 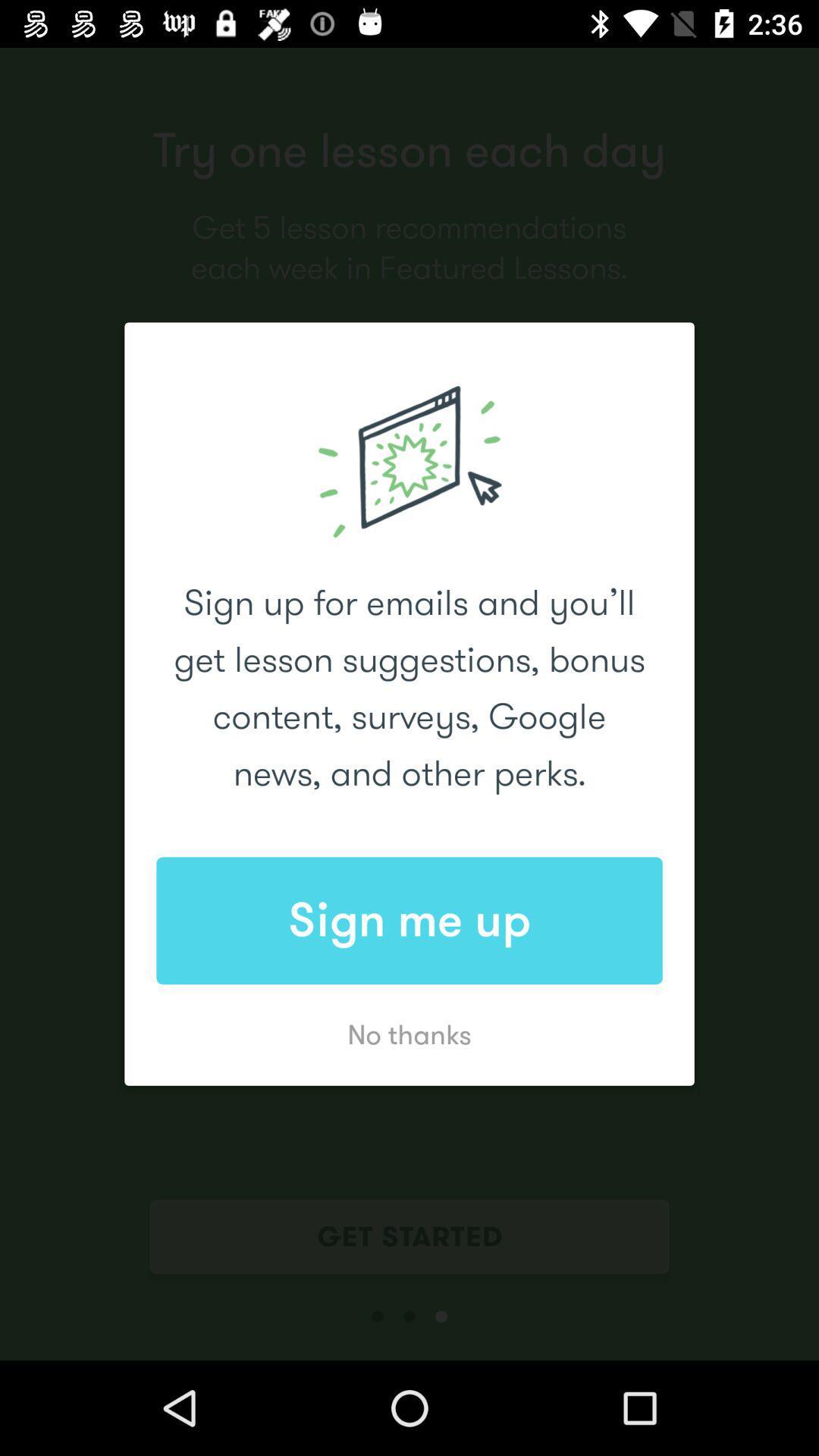 What do you see at coordinates (409, 1034) in the screenshot?
I see `the no thanks icon` at bounding box center [409, 1034].